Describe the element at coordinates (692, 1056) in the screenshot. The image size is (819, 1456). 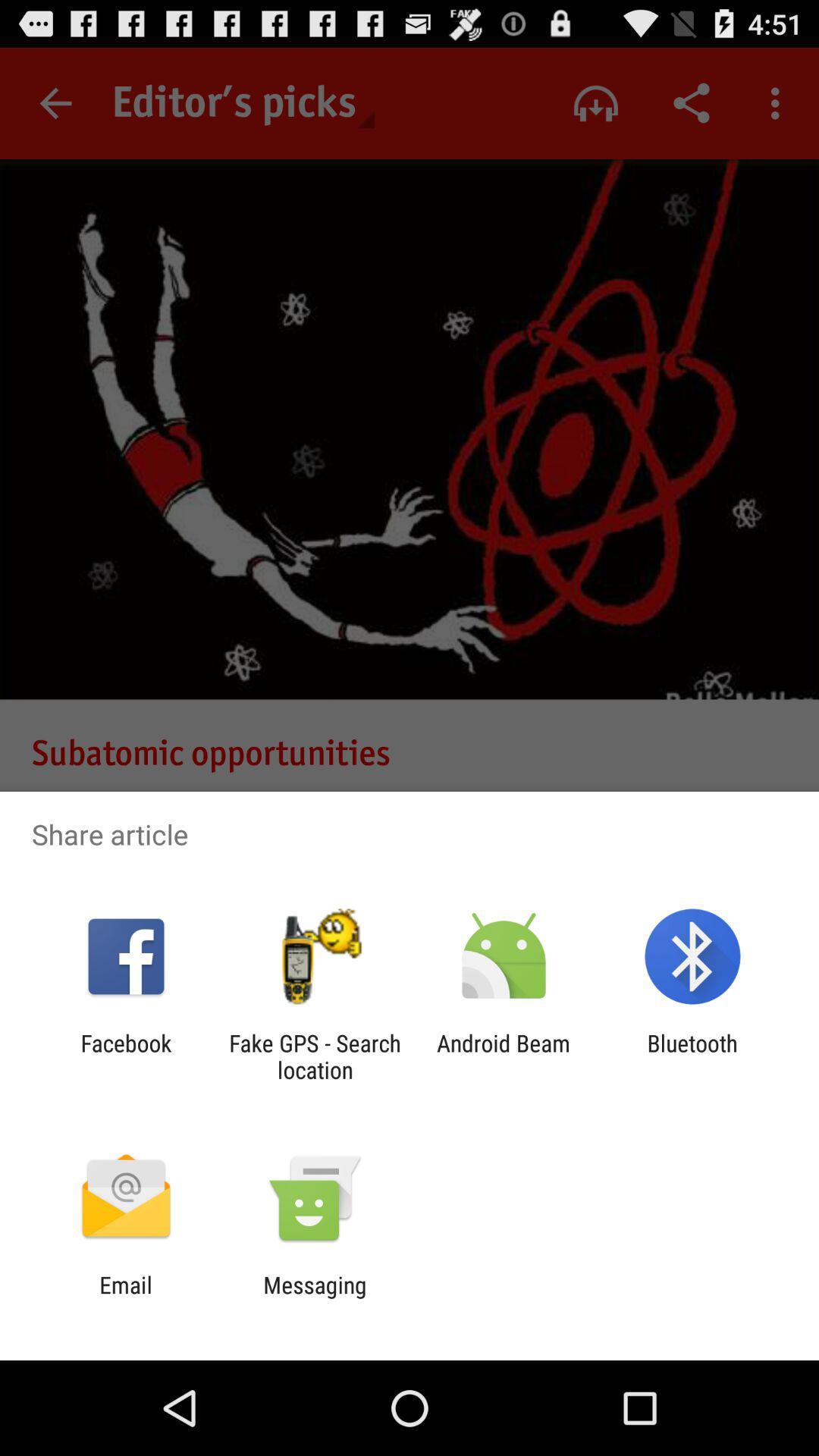
I see `app at the bottom right corner` at that location.